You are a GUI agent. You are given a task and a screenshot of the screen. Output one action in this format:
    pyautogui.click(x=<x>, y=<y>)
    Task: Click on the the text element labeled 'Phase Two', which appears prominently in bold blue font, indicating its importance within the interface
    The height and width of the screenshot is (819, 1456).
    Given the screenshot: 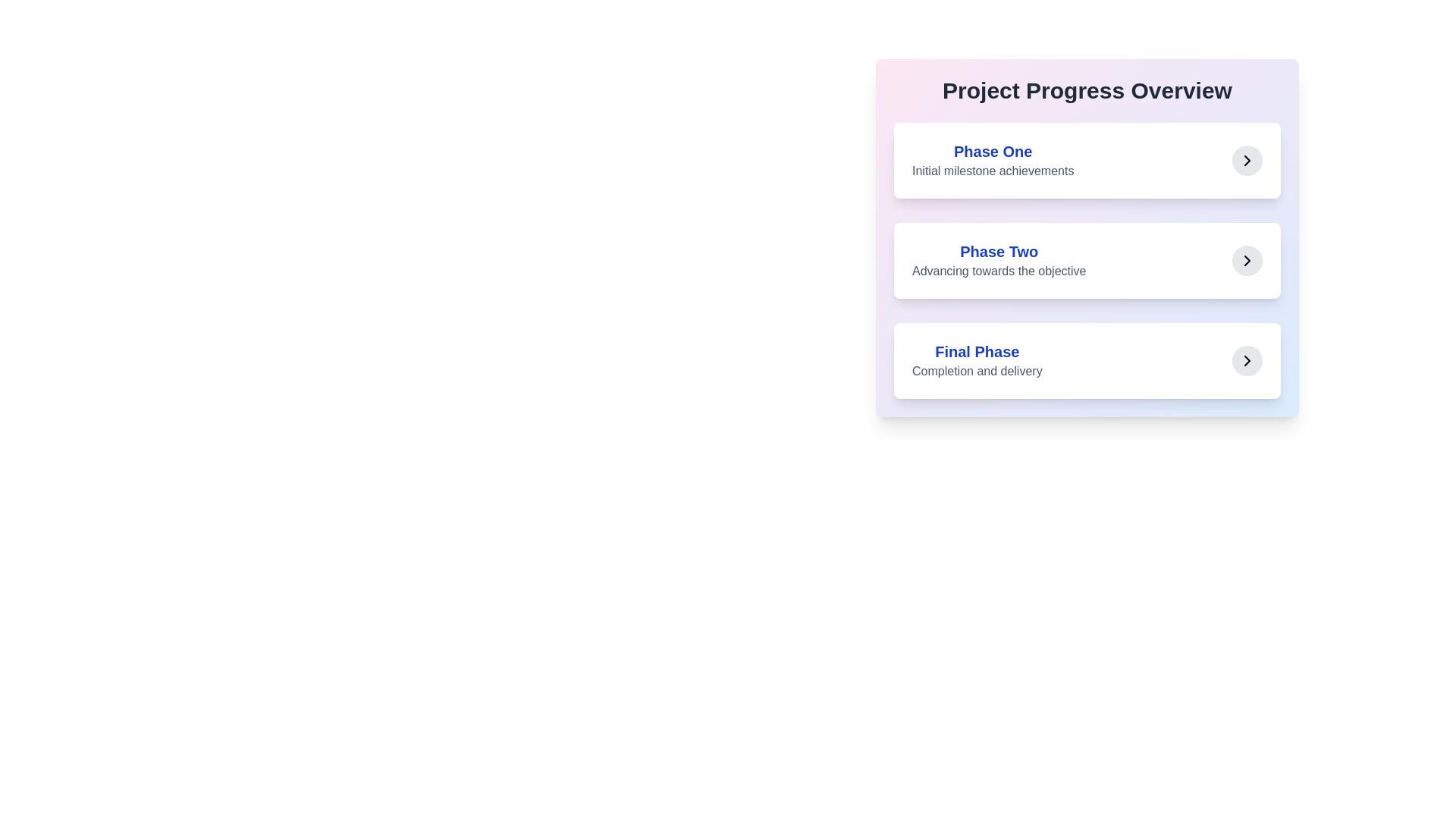 What is the action you would take?
    pyautogui.click(x=999, y=250)
    